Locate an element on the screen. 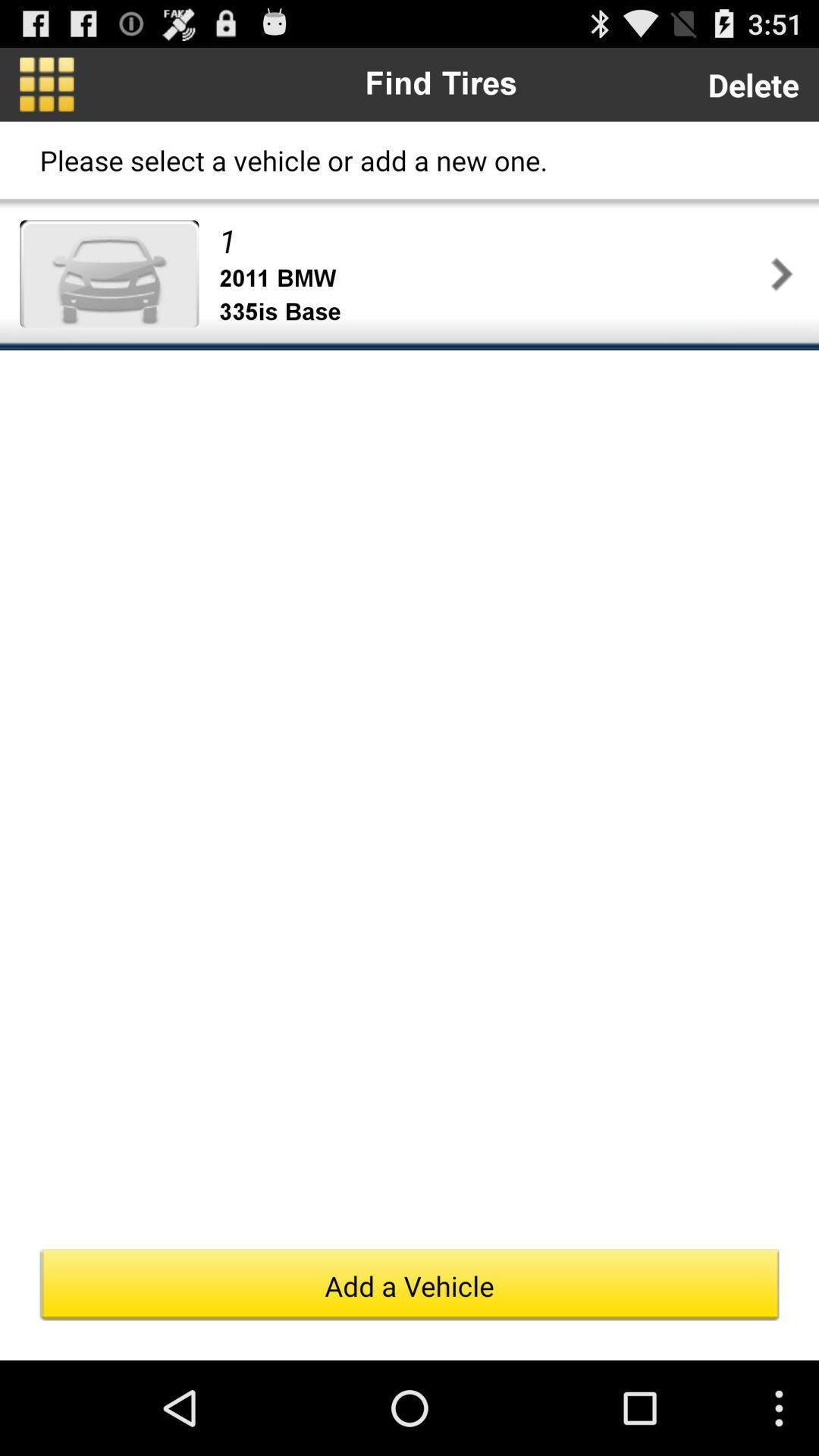 The image size is (819, 1456). the icon above the please select a icon is located at coordinates (45, 83).